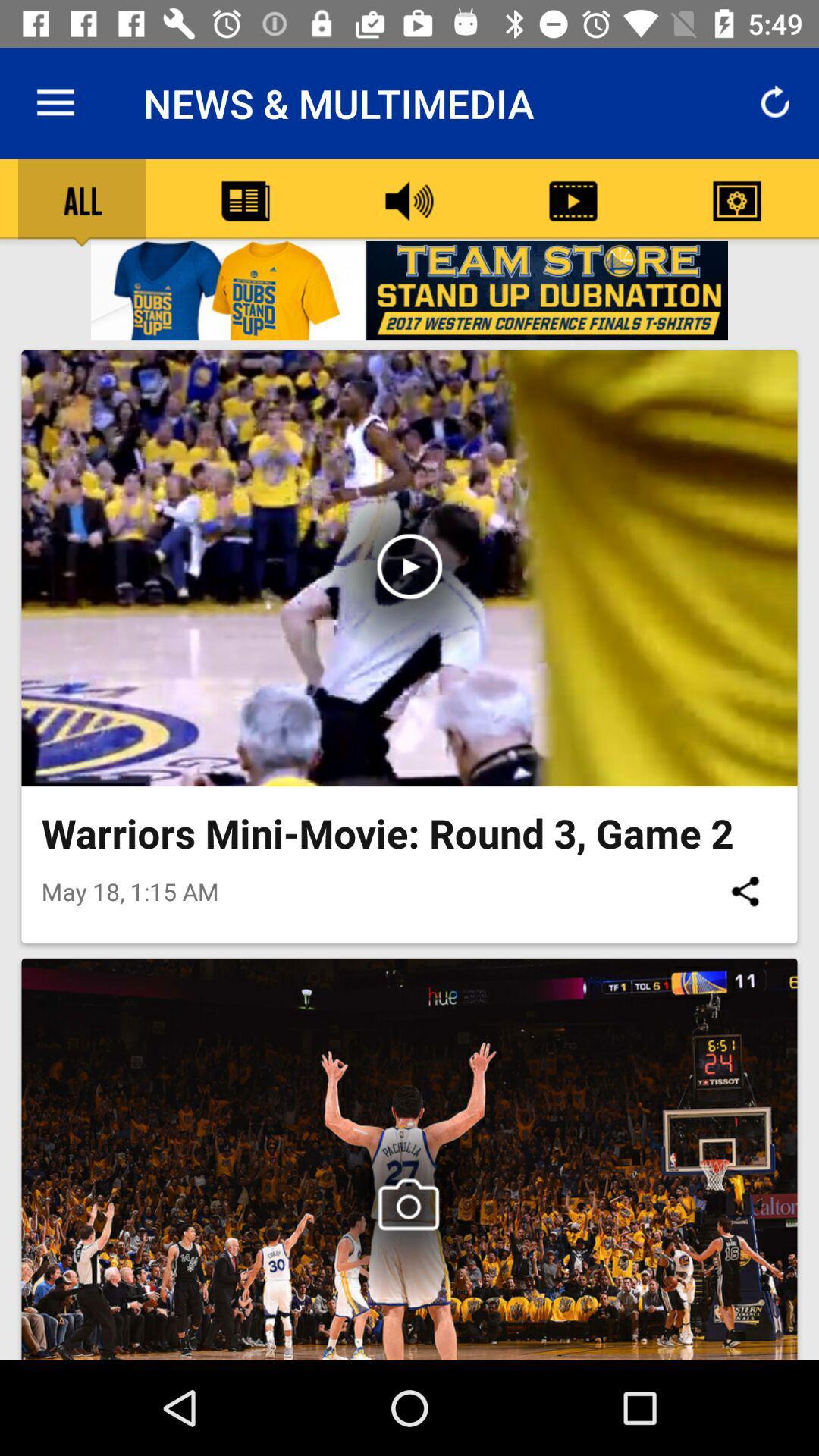 The width and height of the screenshot is (819, 1456). What do you see at coordinates (744, 891) in the screenshot?
I see `item next to may 18 1 item` at bounding box center [744, 891].